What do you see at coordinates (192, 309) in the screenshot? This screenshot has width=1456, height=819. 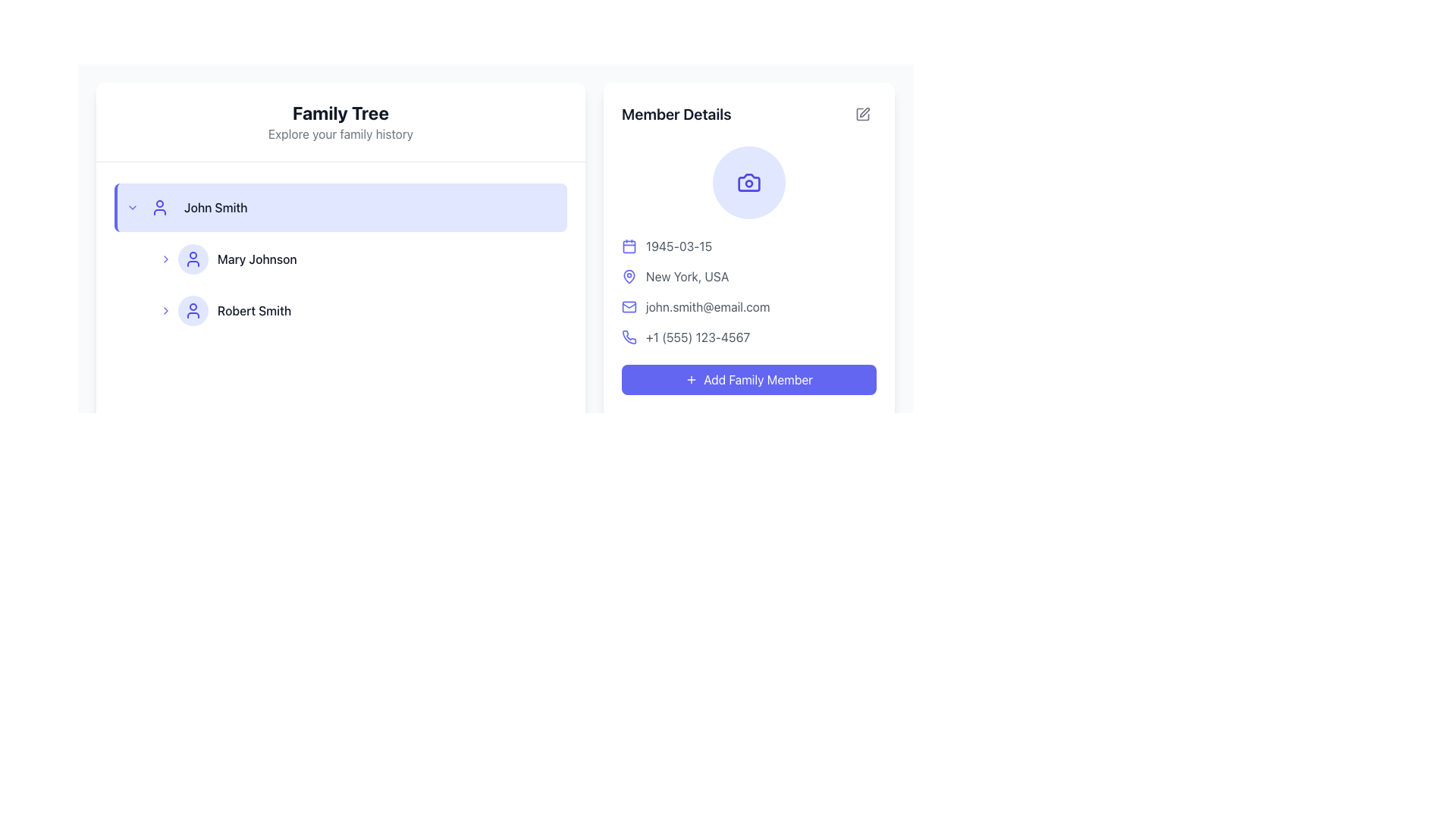 I see `the circular user icon with a silhouette in indigo colors located in the left panel under the 'Family Tree' section, adjacent to the 'Robert Smith' label` at bounding box center [192, 309].